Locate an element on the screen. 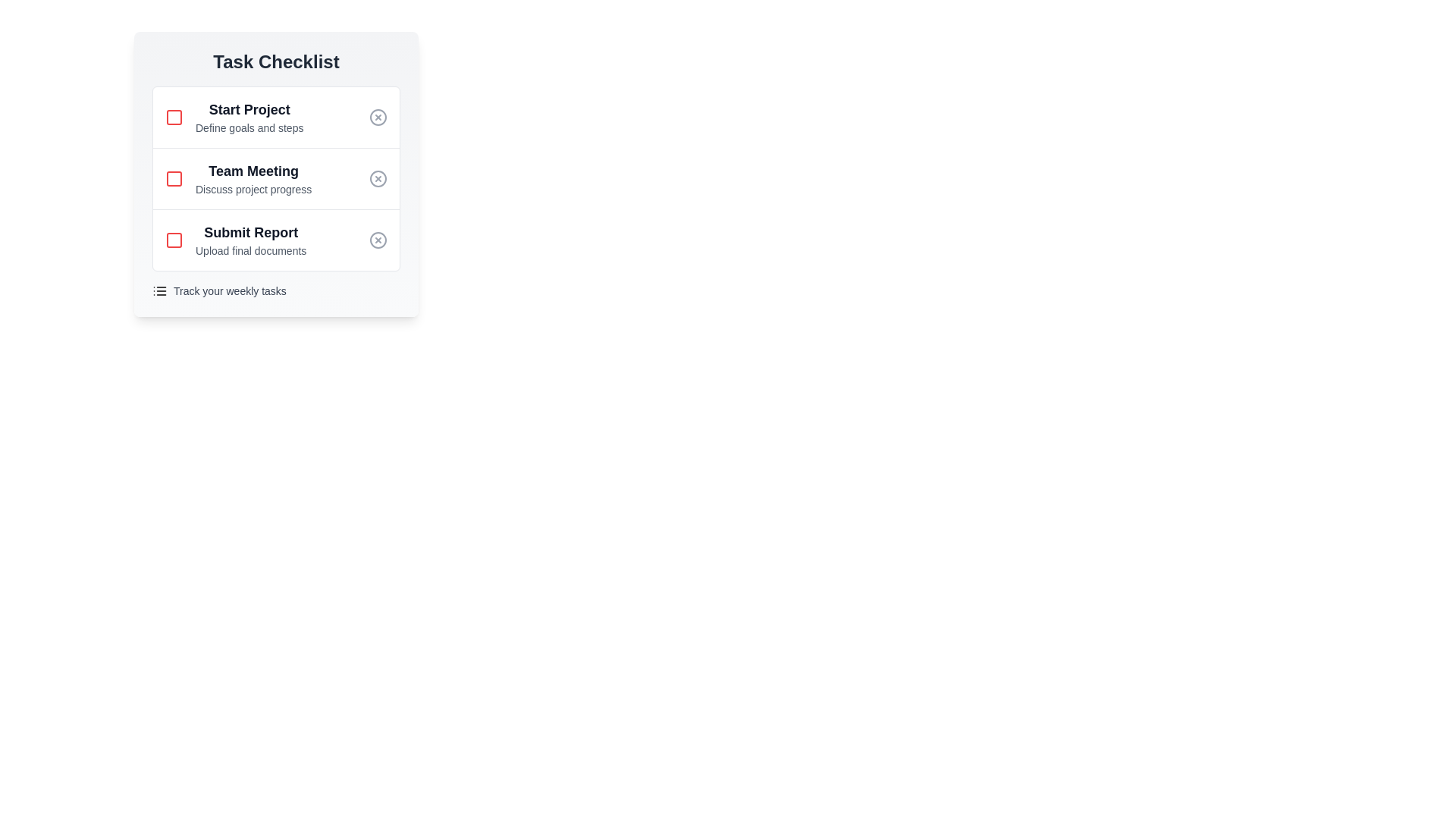 The image size is (1456, 819). the remove button for the task titled 'Start Project' is located at coordinates (378, 116).